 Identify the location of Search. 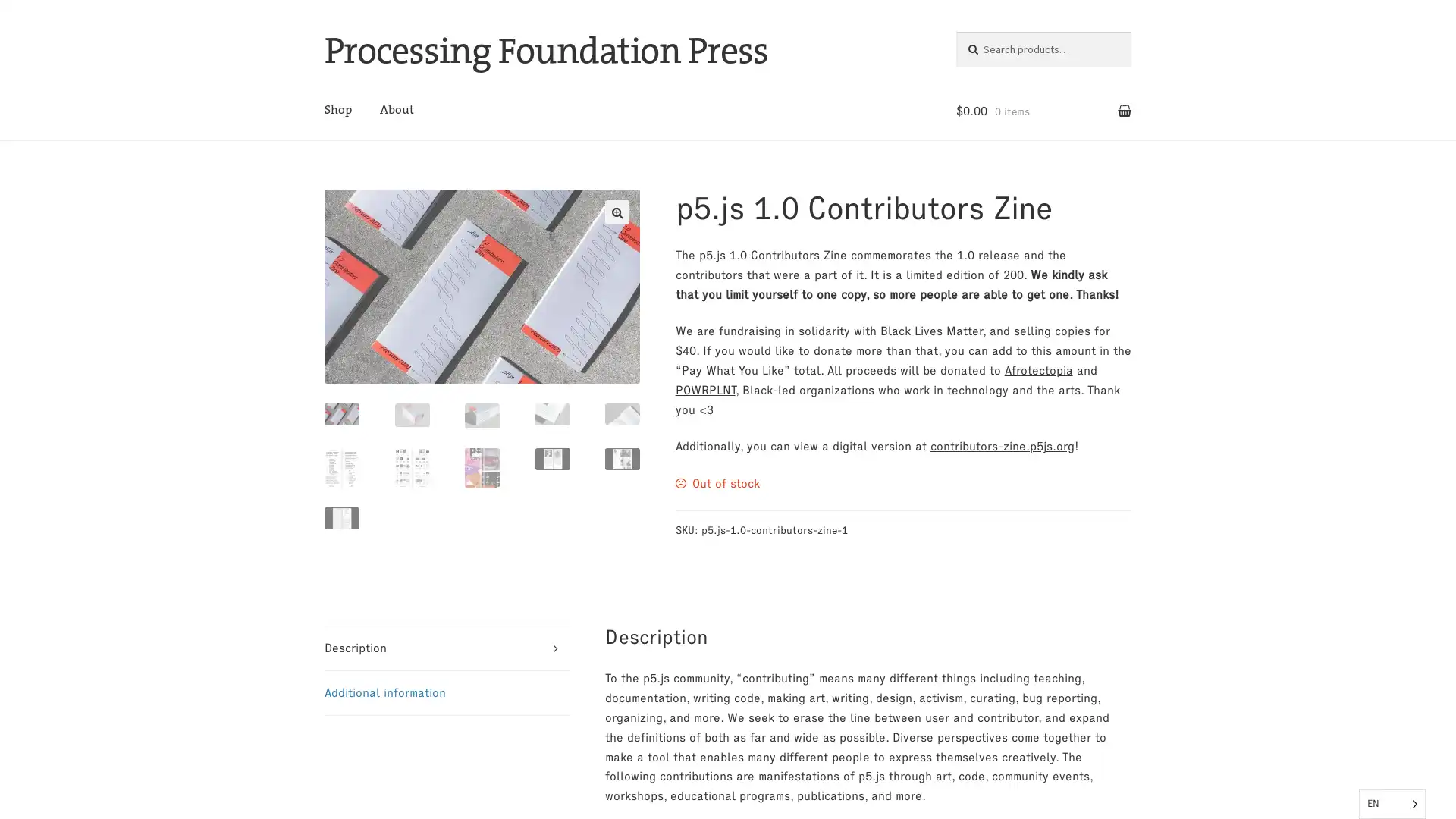
(987, 45).